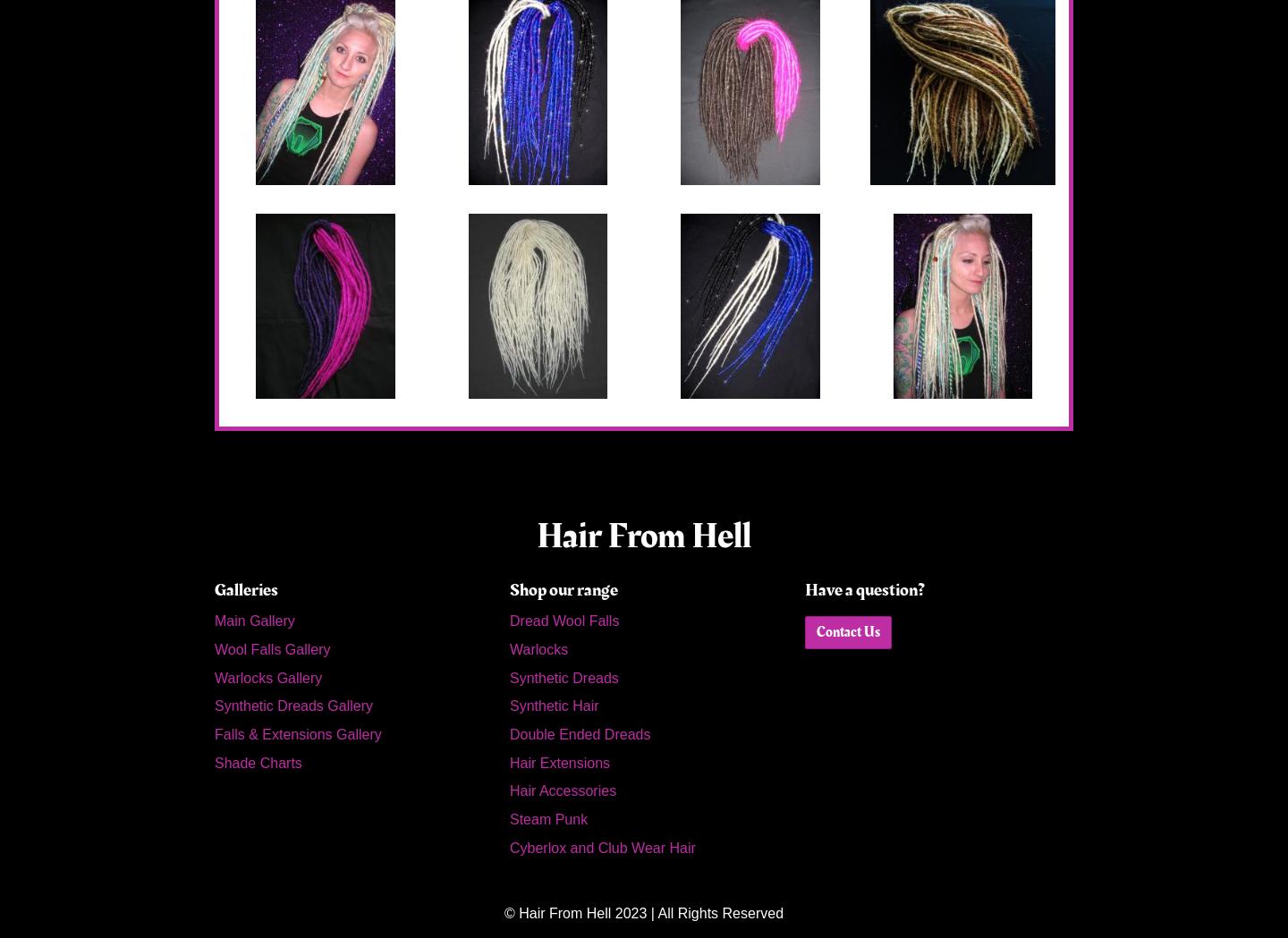 This screenshot has width=1288, height=938. What do you see at coordinates (563, 676) in the screenshot?
I see `'Synthetic Dreads'` at bounding box center [563, 676].